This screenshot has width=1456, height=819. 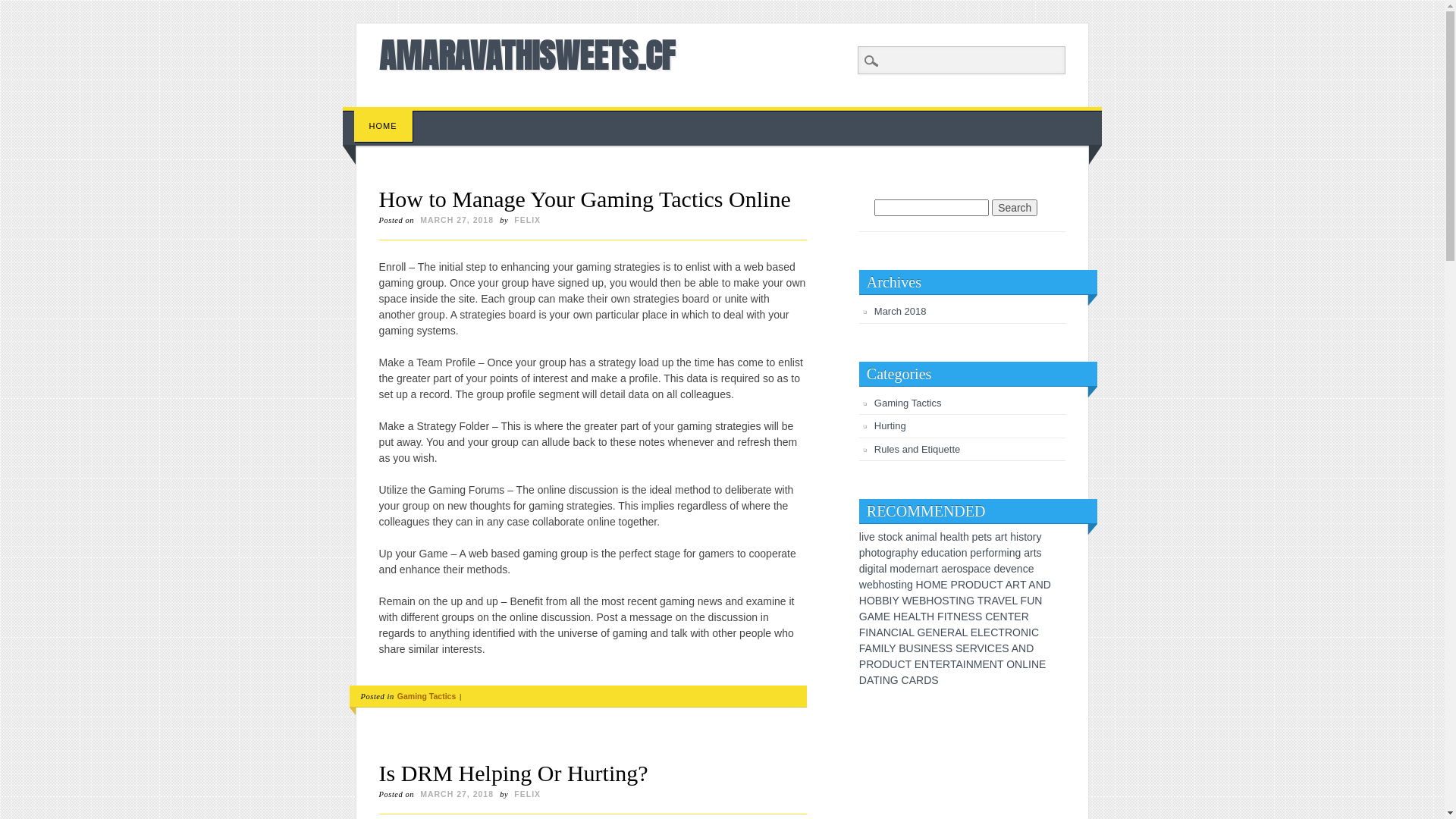 What do you see at coordinates (958, 536) in the screenshot?
I see `'l'` at bounding box center [958, 536].